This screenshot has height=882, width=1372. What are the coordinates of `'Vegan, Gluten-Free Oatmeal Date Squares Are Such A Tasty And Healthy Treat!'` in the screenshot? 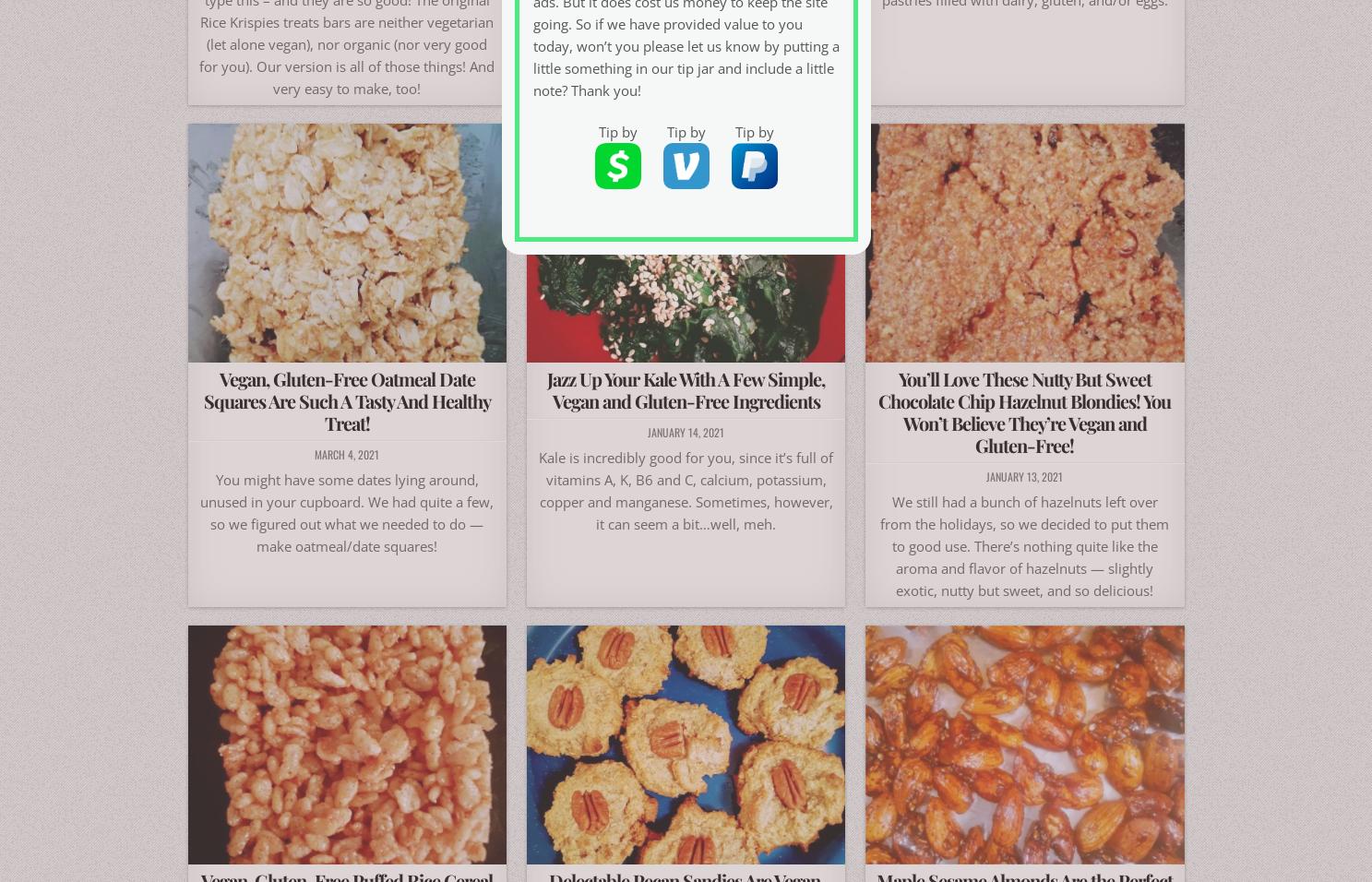 It's located at (346, 399).